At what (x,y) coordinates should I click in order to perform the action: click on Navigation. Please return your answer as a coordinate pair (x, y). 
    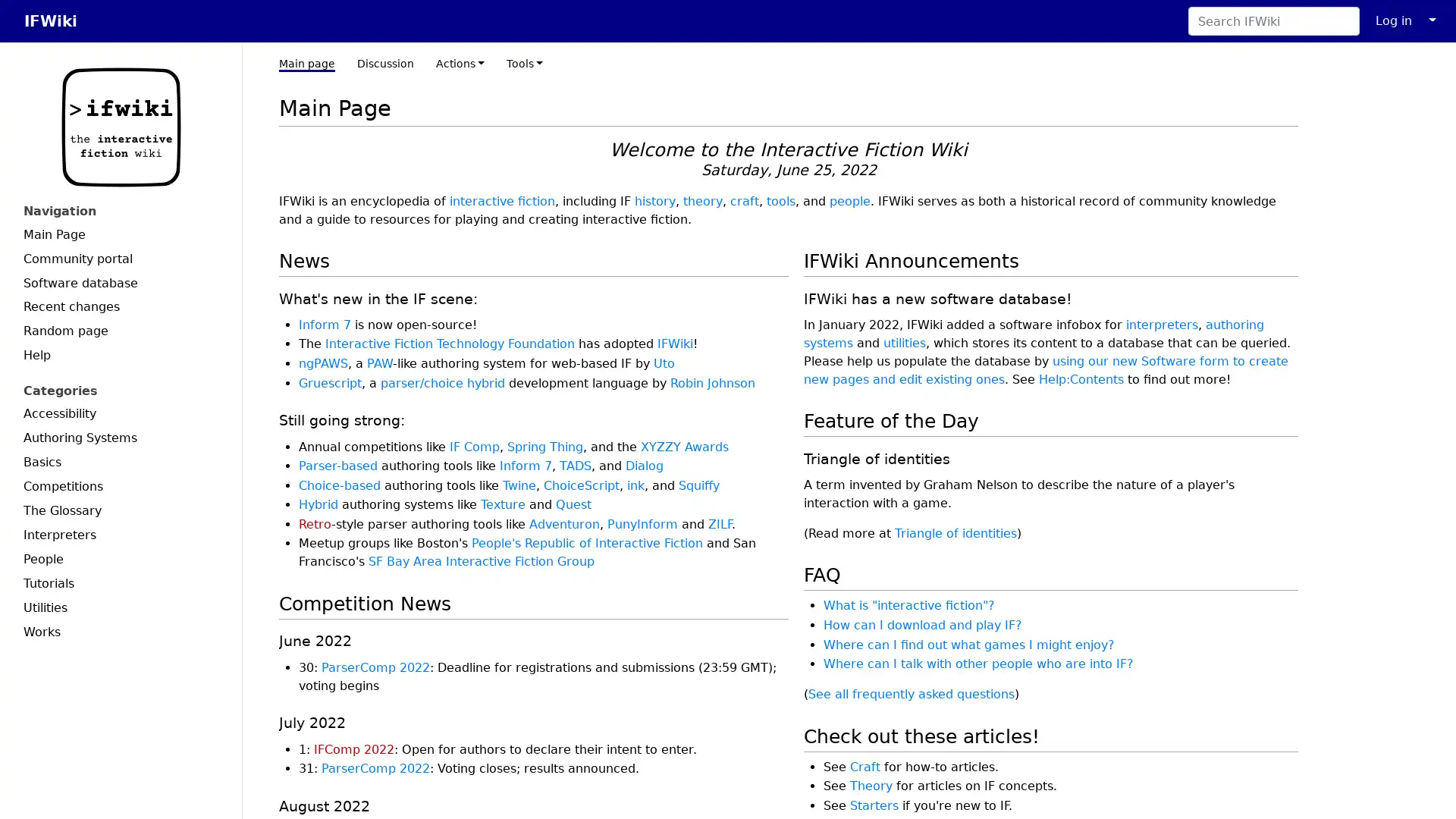
    Looking at the image, I should click on (120, 211).